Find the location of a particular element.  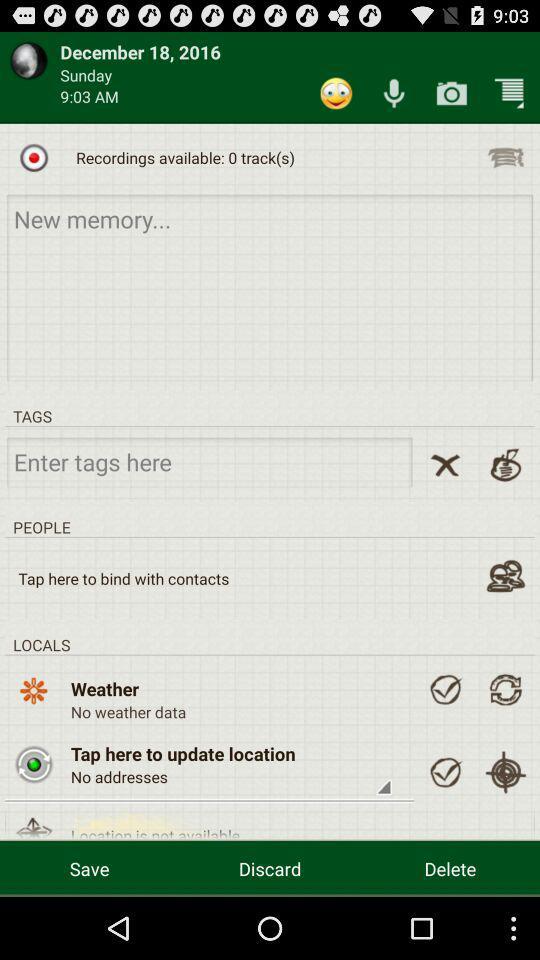

voice recording is located at coordinates (394, 93).